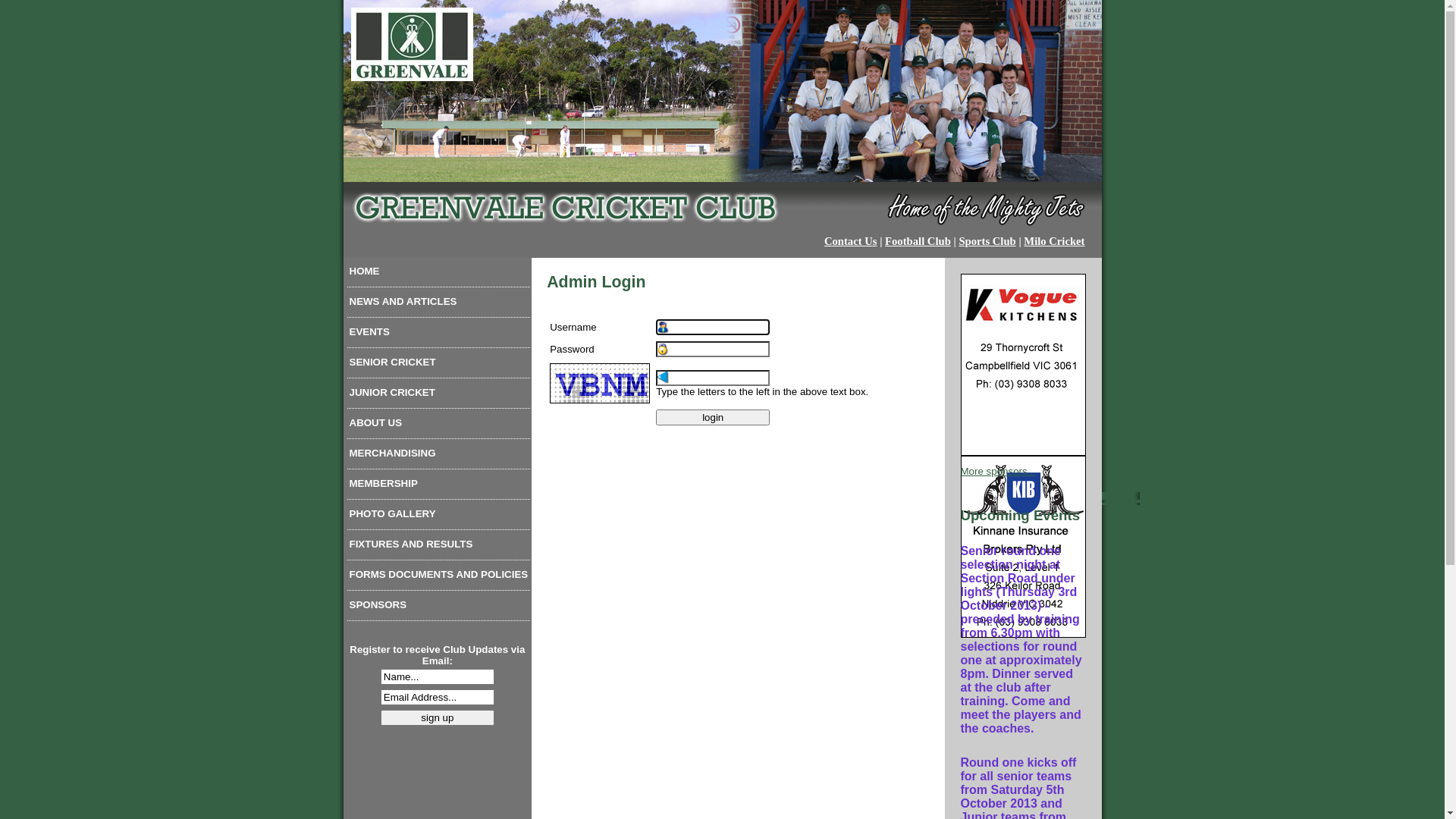  What do you see at coordinates (438, 455) in the screenshot?
I see `'MERCHANDISING'` at bounding box center [438, 455].